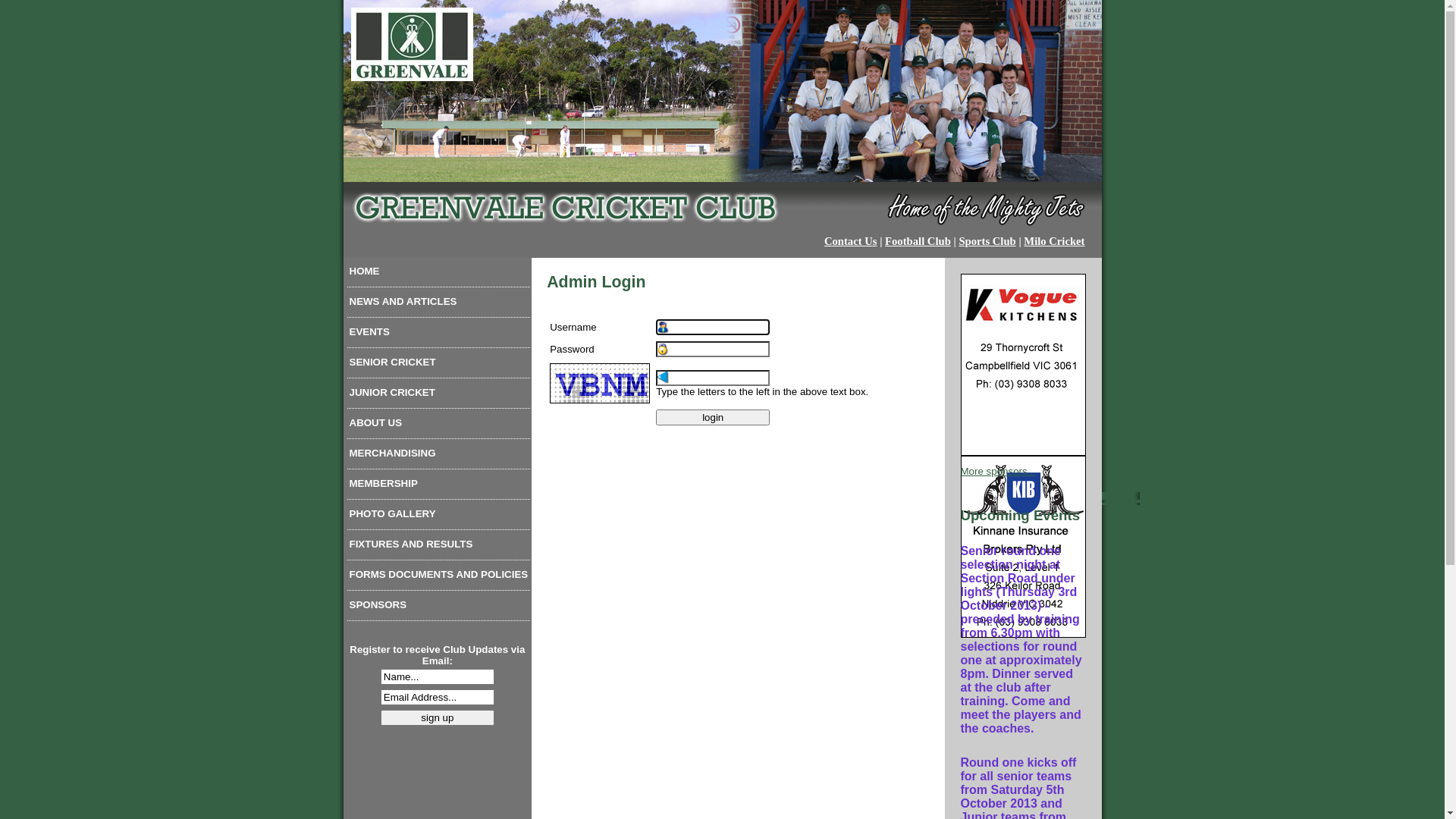  What do you see at coordinates (438, 455) in the screenshot?
I see `'MERCHANDISING'` at bounding box center [438, 455].